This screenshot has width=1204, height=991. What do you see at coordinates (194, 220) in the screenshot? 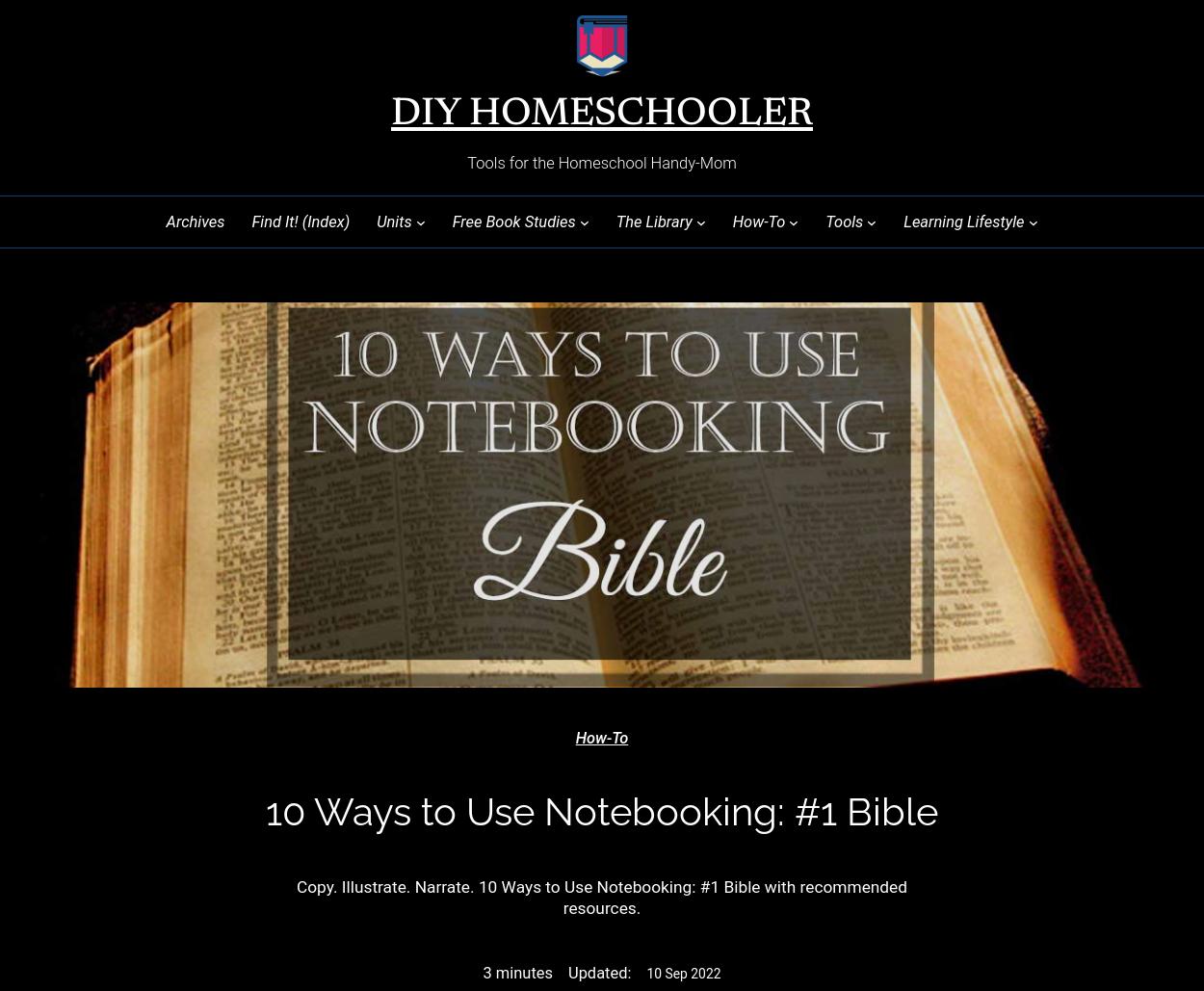
I see `'Archives'` at bounding box center [194, 220].